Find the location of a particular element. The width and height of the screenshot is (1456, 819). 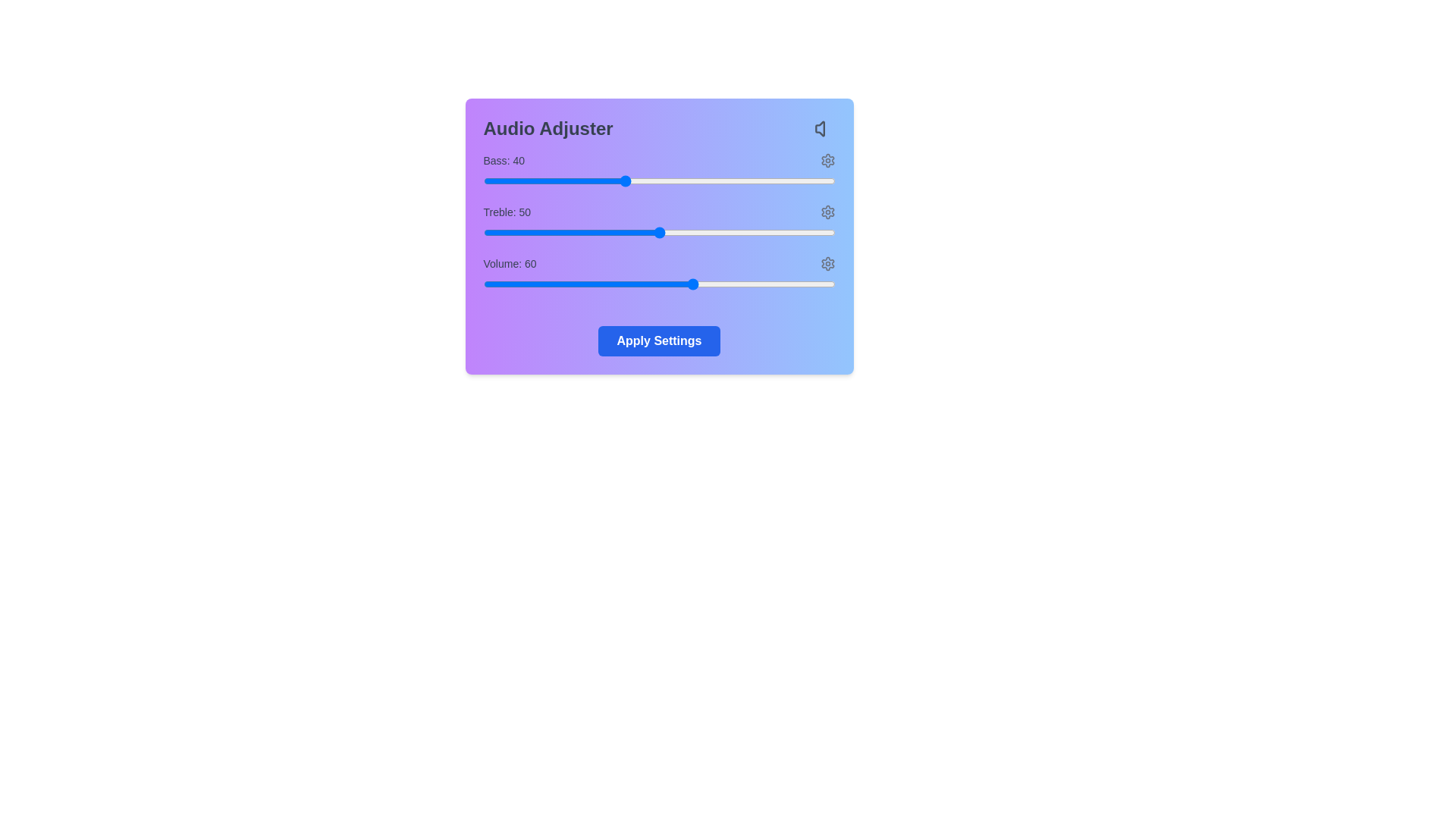

the cogwheel-shaped settings icon located to the right of the 'Treble: 50' slider is located at coordinates (827, 212).